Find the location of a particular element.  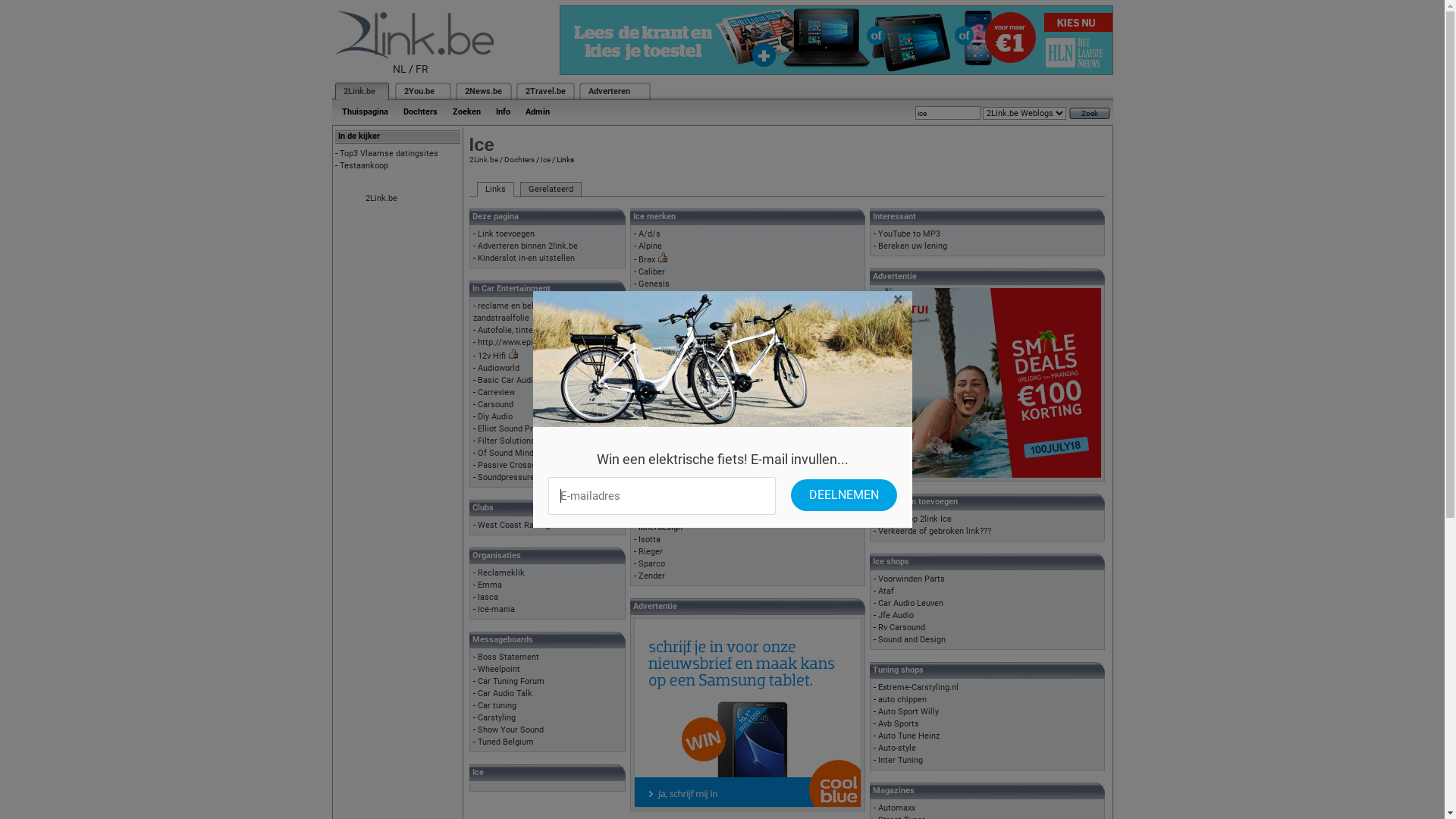

'reclame en belettering - zandstraalfolie' is located at coordinates (520, 311).